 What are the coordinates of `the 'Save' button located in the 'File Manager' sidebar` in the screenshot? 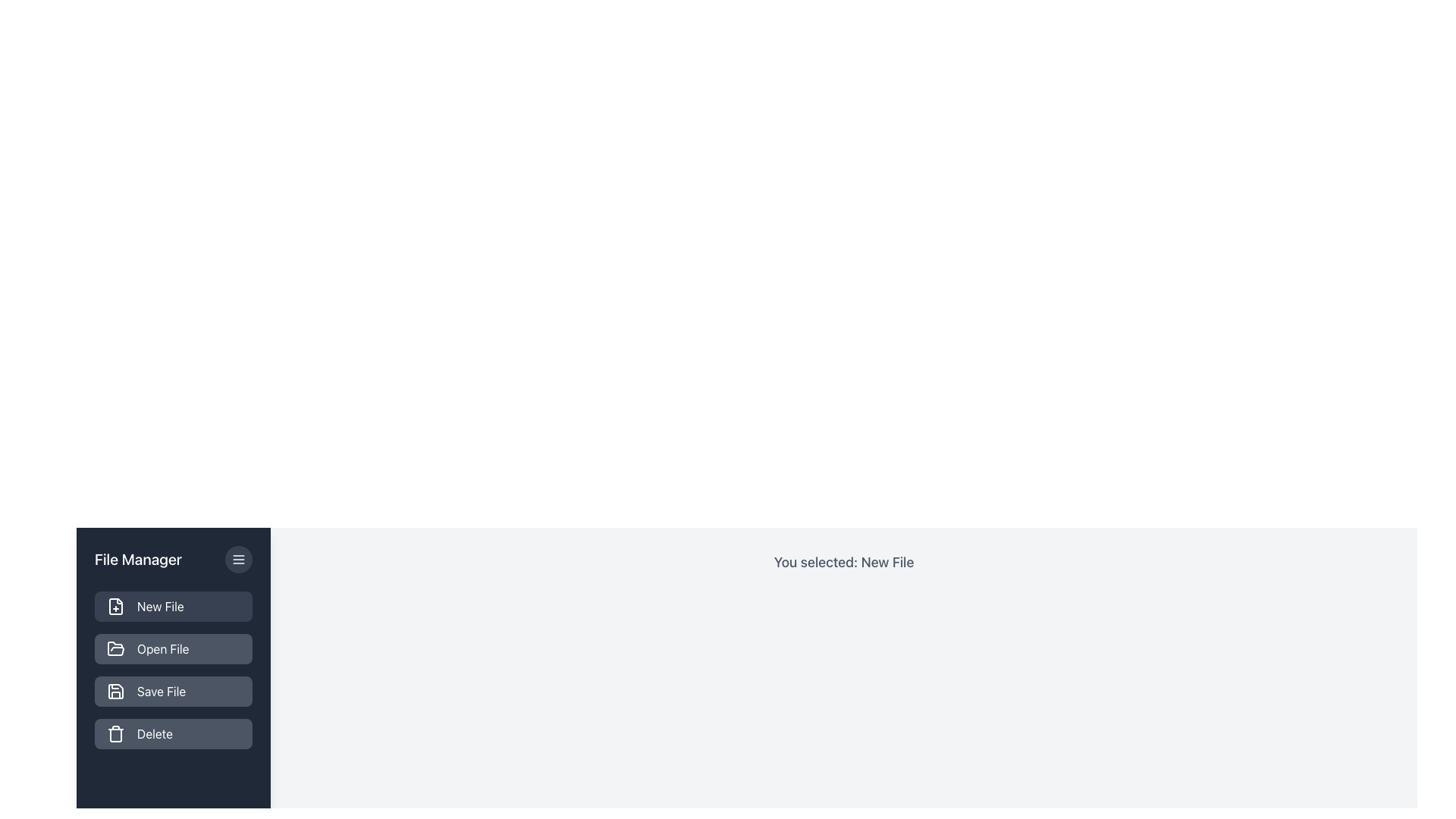 It's located at (174, 691).